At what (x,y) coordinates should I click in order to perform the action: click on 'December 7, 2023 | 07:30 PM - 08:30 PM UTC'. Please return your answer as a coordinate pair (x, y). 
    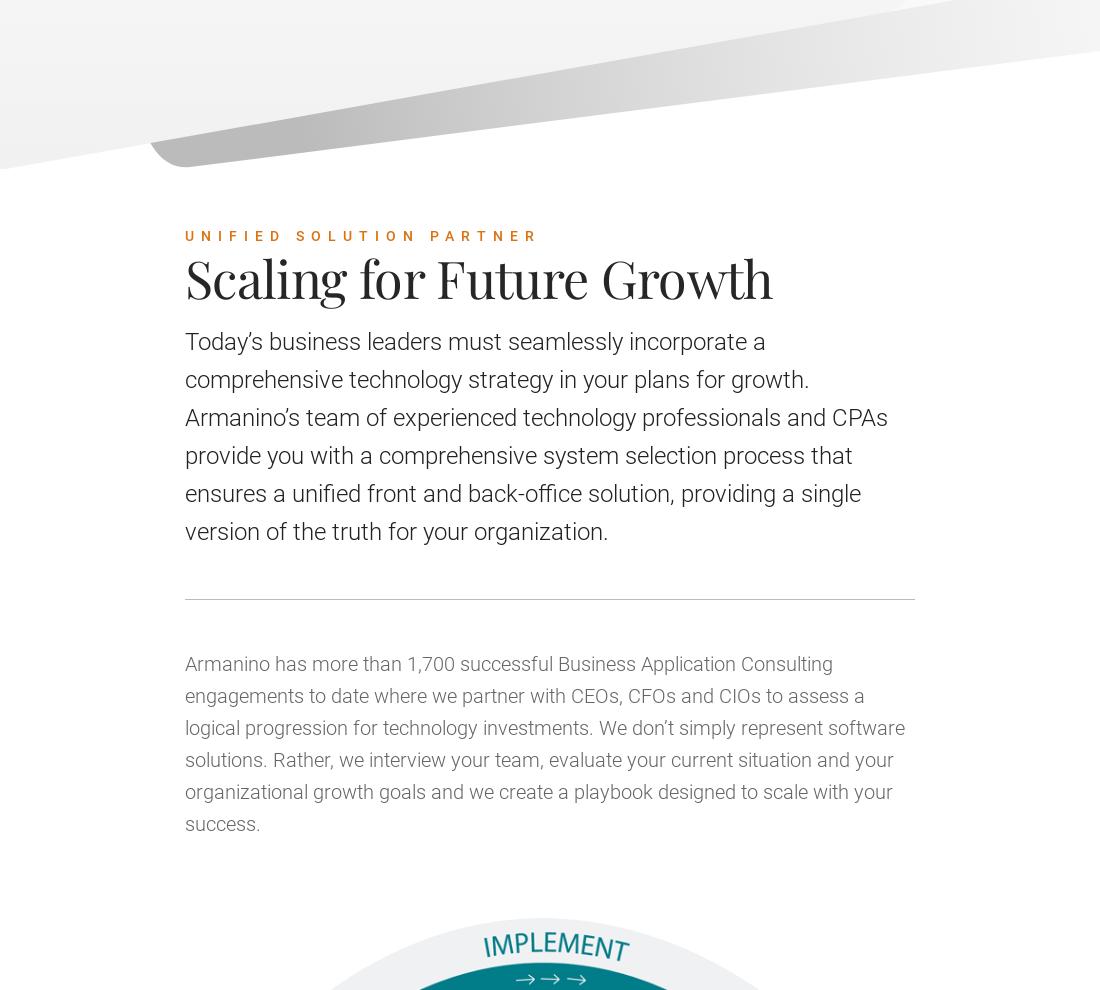
    Looking at the image, I should click on (238, 414).